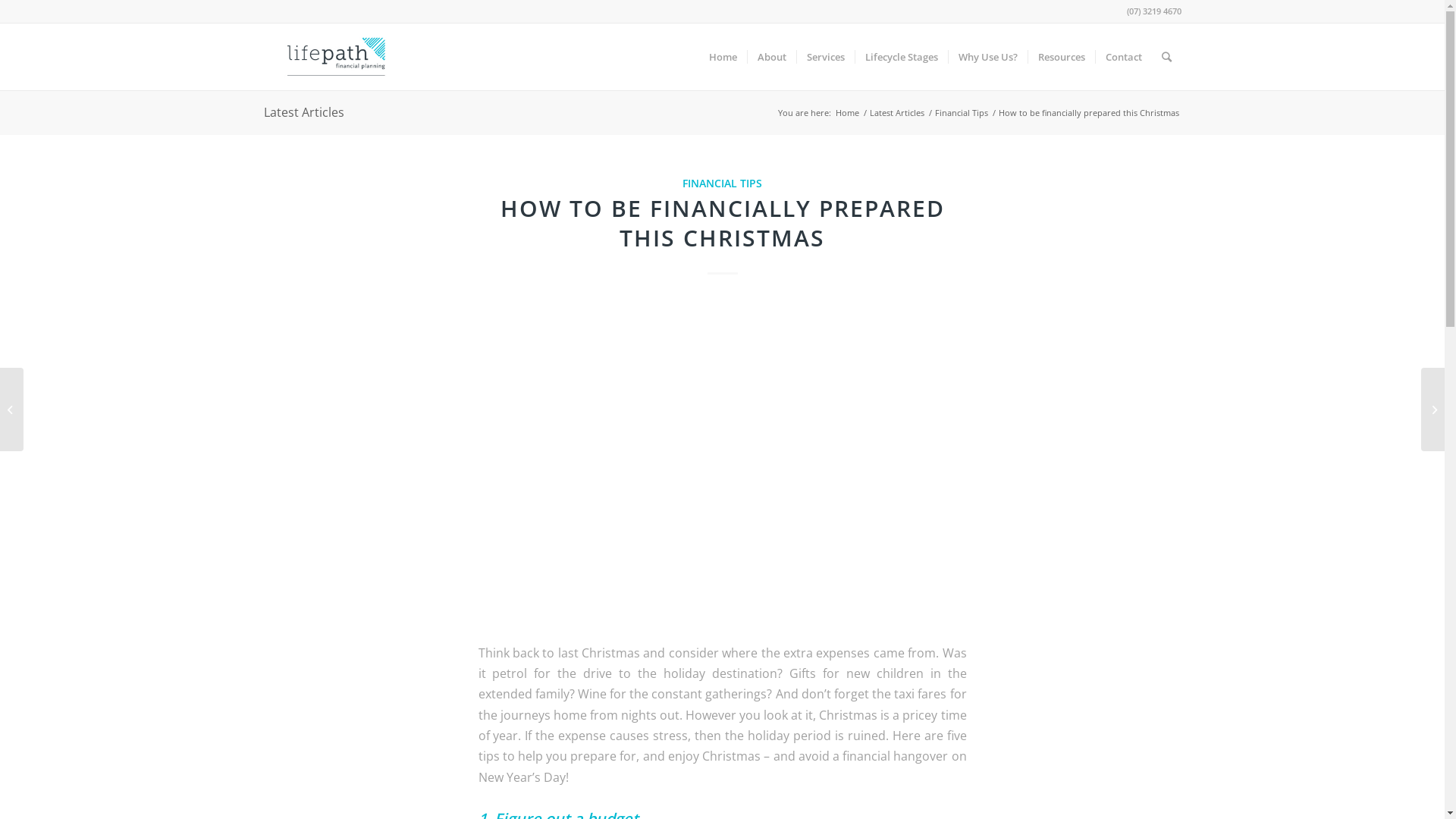 The image size is (1456, 819). Describe the element at coordinates (770, 55) in the screenshot. I see `'About'` at that location.